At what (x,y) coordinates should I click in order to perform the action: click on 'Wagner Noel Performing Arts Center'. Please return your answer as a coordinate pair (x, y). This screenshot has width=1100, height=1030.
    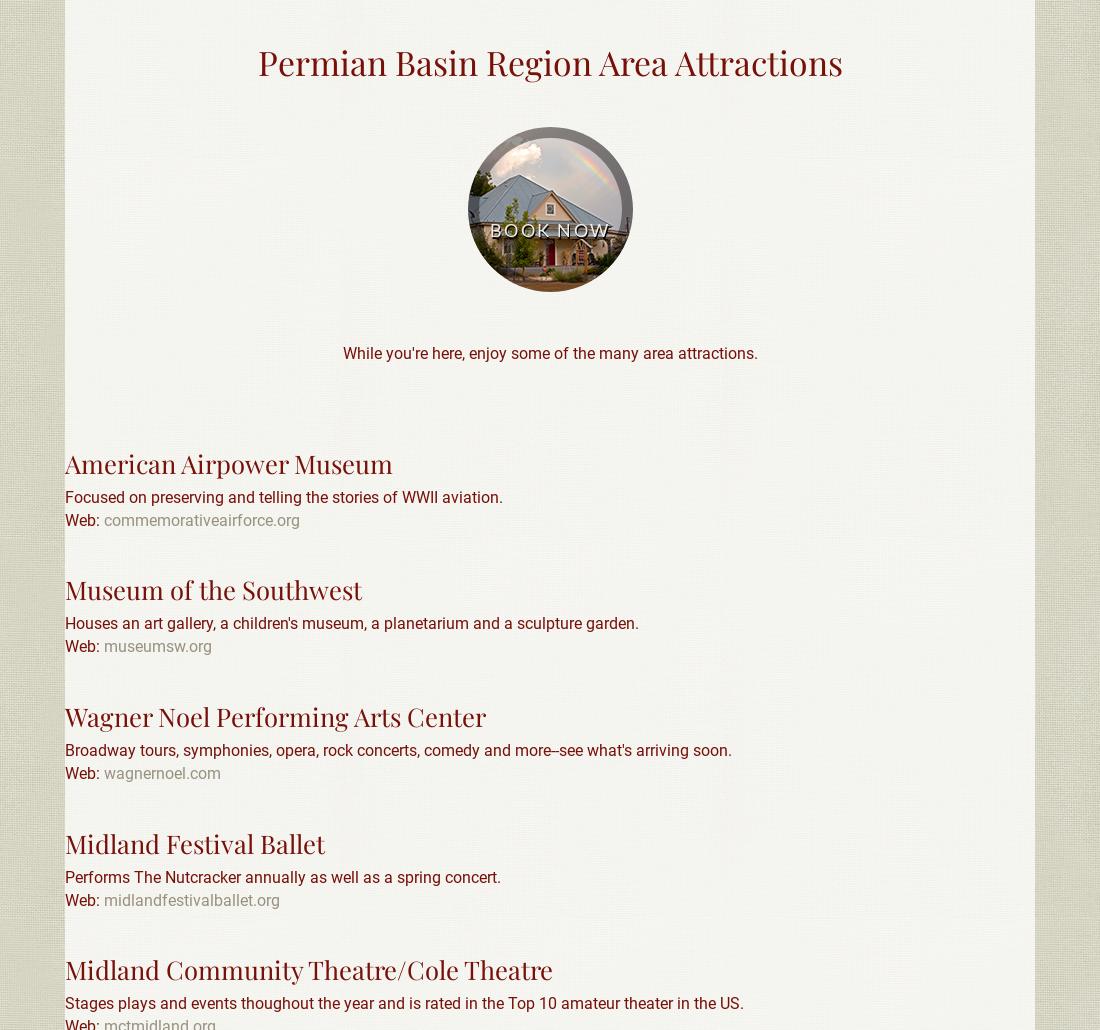
    Looking at the image, I should click on (275, 715).